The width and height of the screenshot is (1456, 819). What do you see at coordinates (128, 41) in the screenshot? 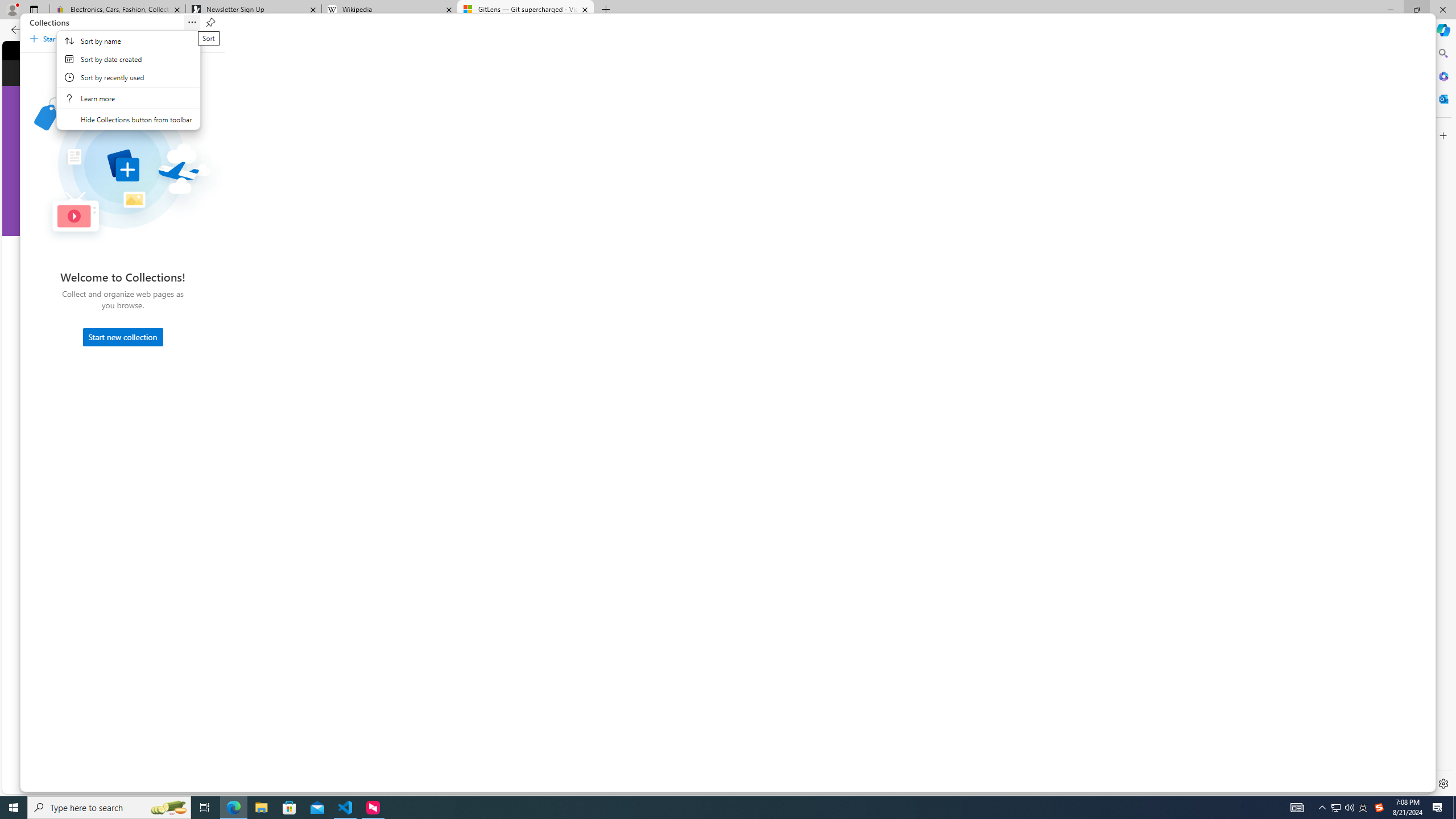
I see `'Sort by name'` at bounding box center [128, 41].